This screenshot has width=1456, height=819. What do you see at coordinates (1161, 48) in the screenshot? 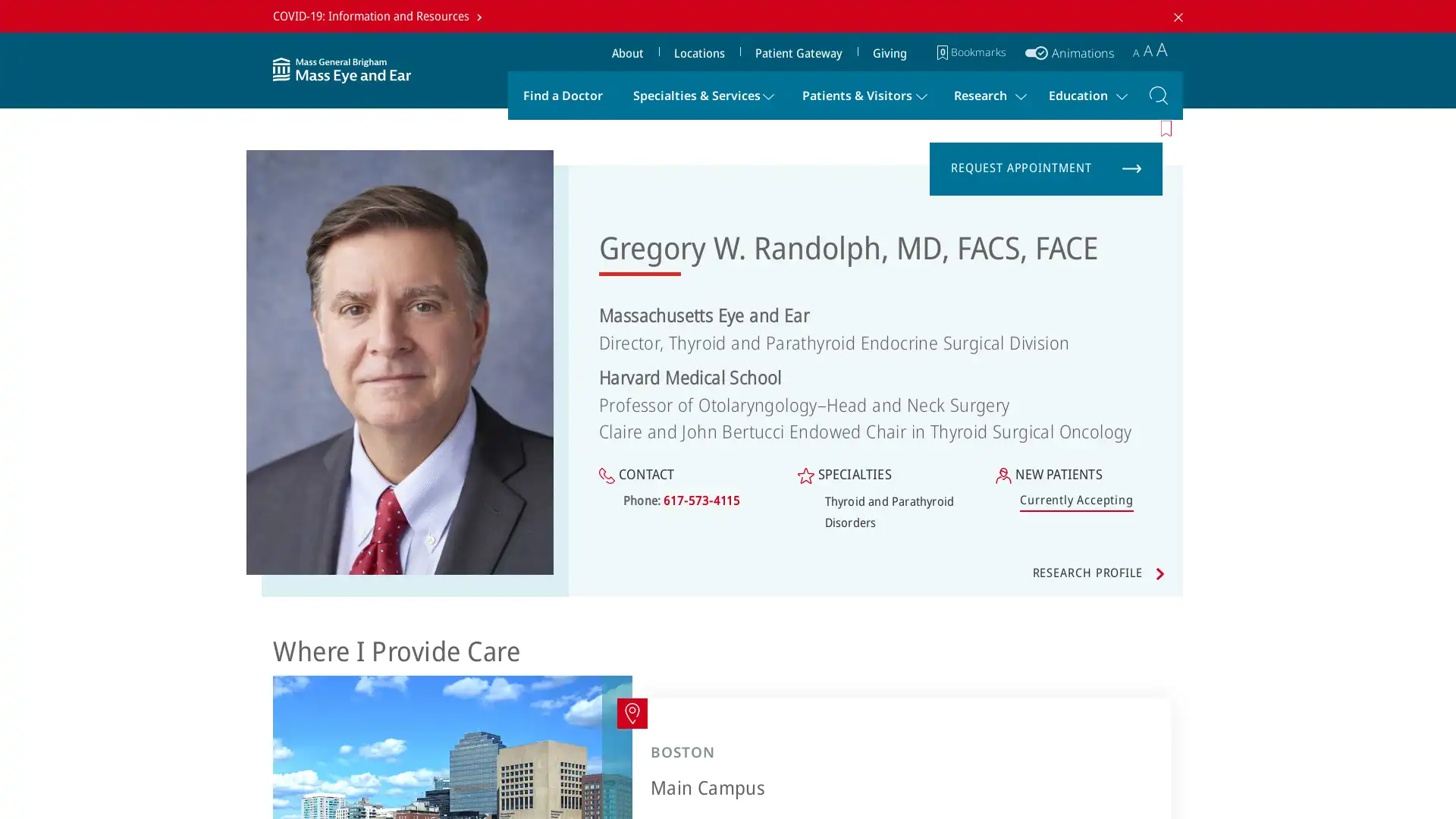
I see `Maximum font size` at bounding box center [1161, 48].